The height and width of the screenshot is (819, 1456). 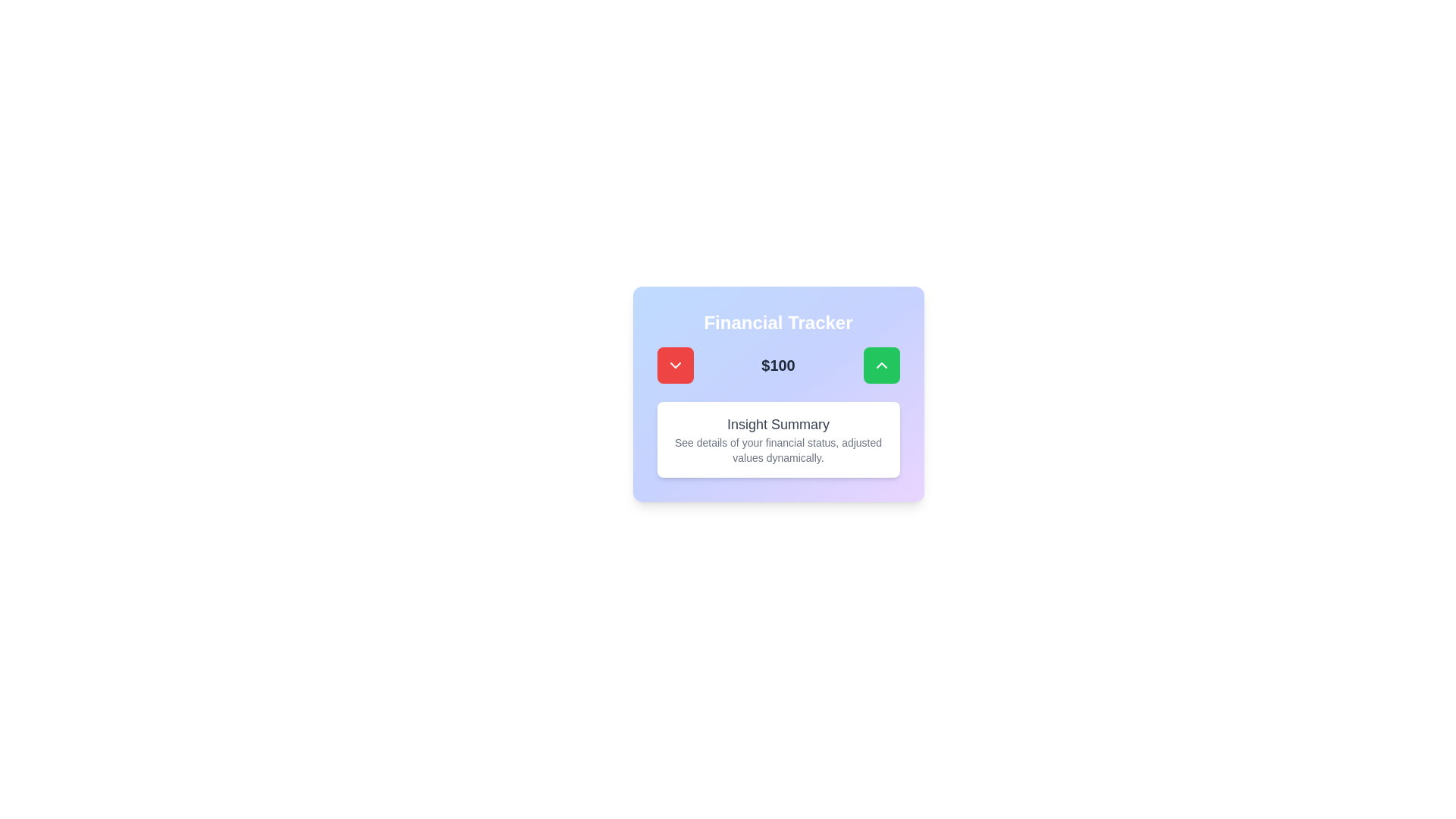 What do you see at coordinates (778, 366) in the screenshot?
I see `the Text label displaying the current financial value of '$100', which is located centrally beneath 'Financial Tracker' and above 'Insight Summary', flanked by a red button on the left and a green button on the right` at bounding box center [778, 366].